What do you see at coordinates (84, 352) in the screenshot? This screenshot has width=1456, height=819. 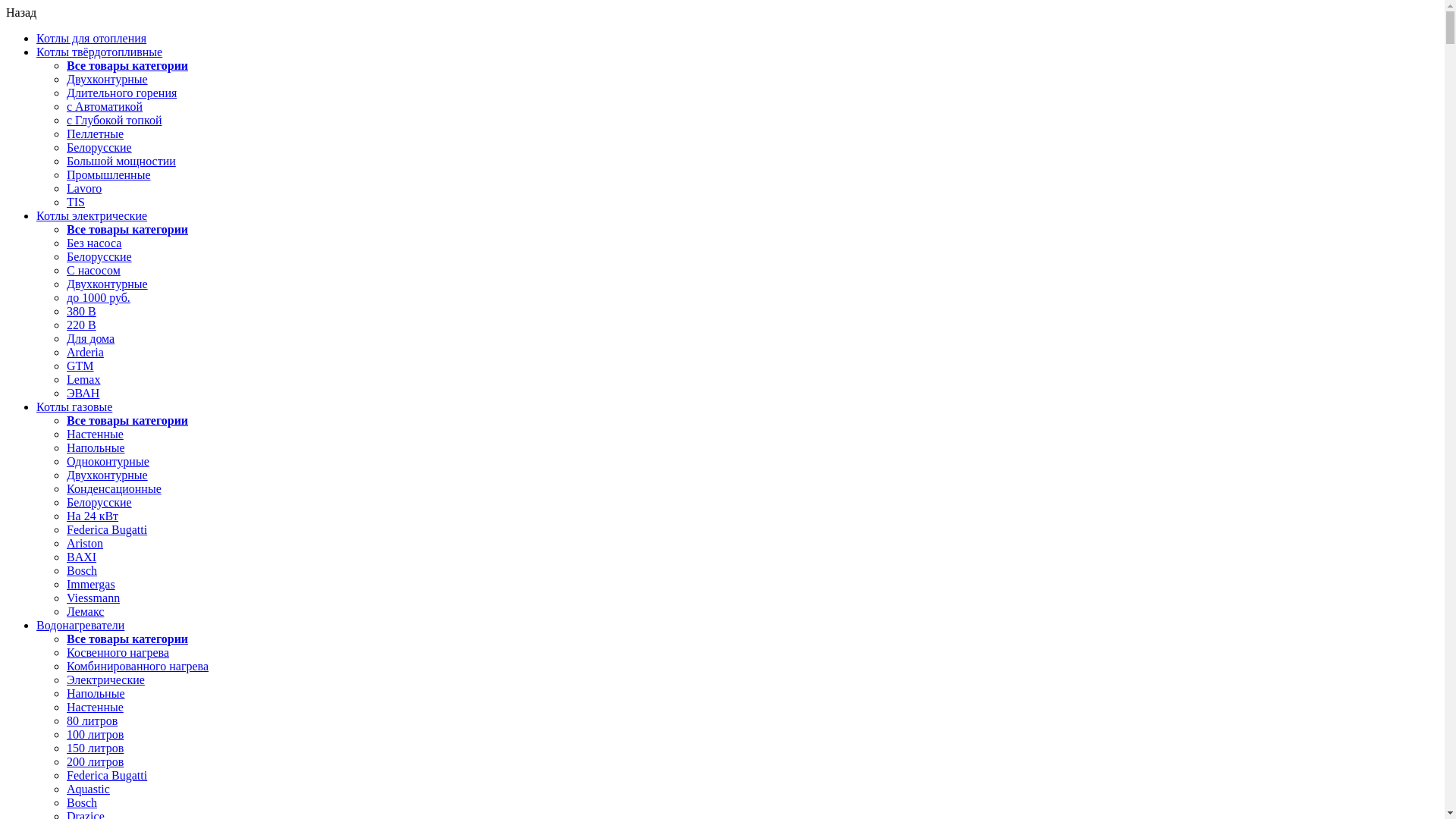 I see `'Arderia'` at bounding box center [84, 352].